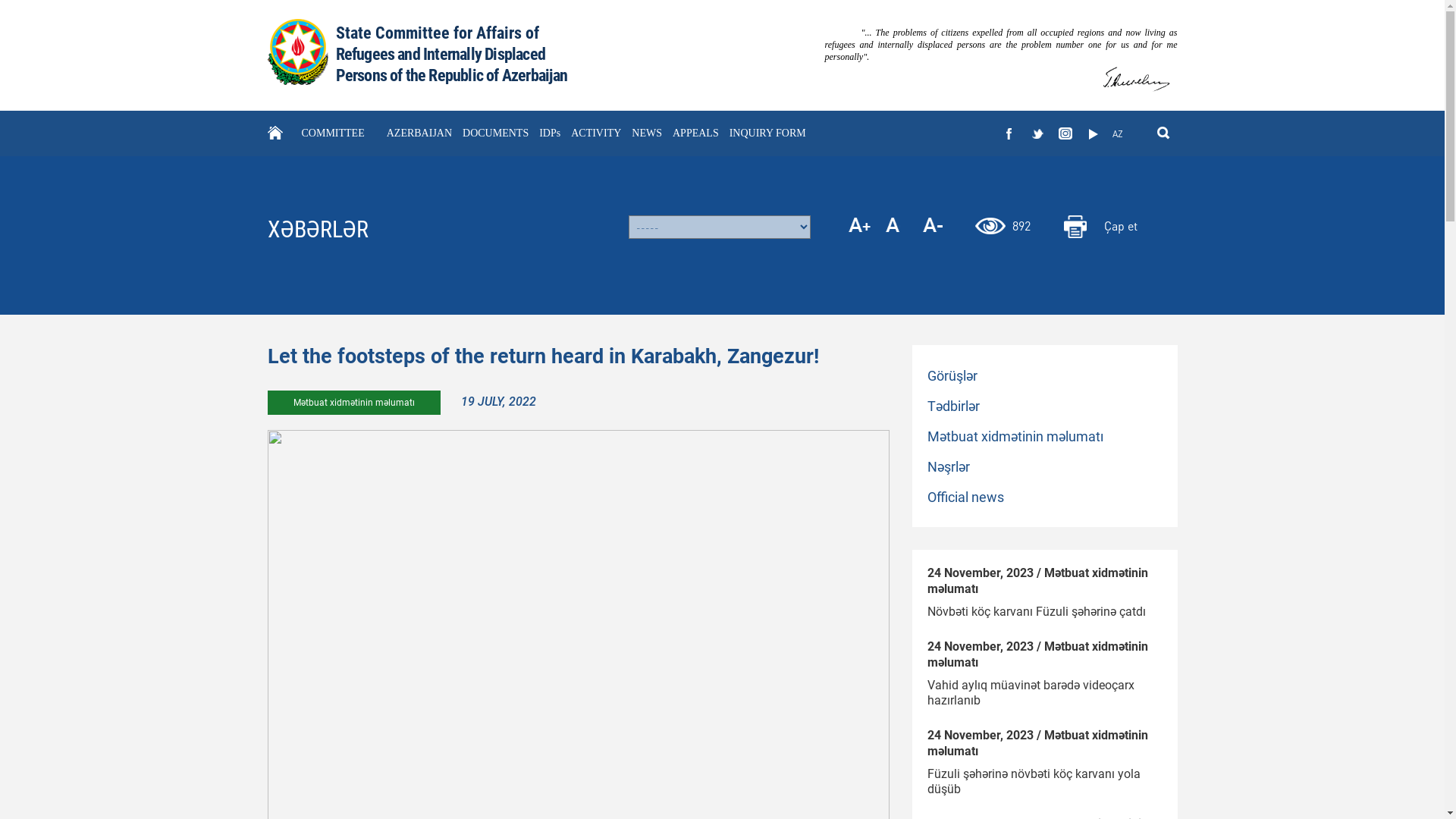 This screenshot has width=1456, height=819. What do you see at coordinates (1106, 133) in the screenshot?
I see `'AZ'` at bounding box center [1106, 133].